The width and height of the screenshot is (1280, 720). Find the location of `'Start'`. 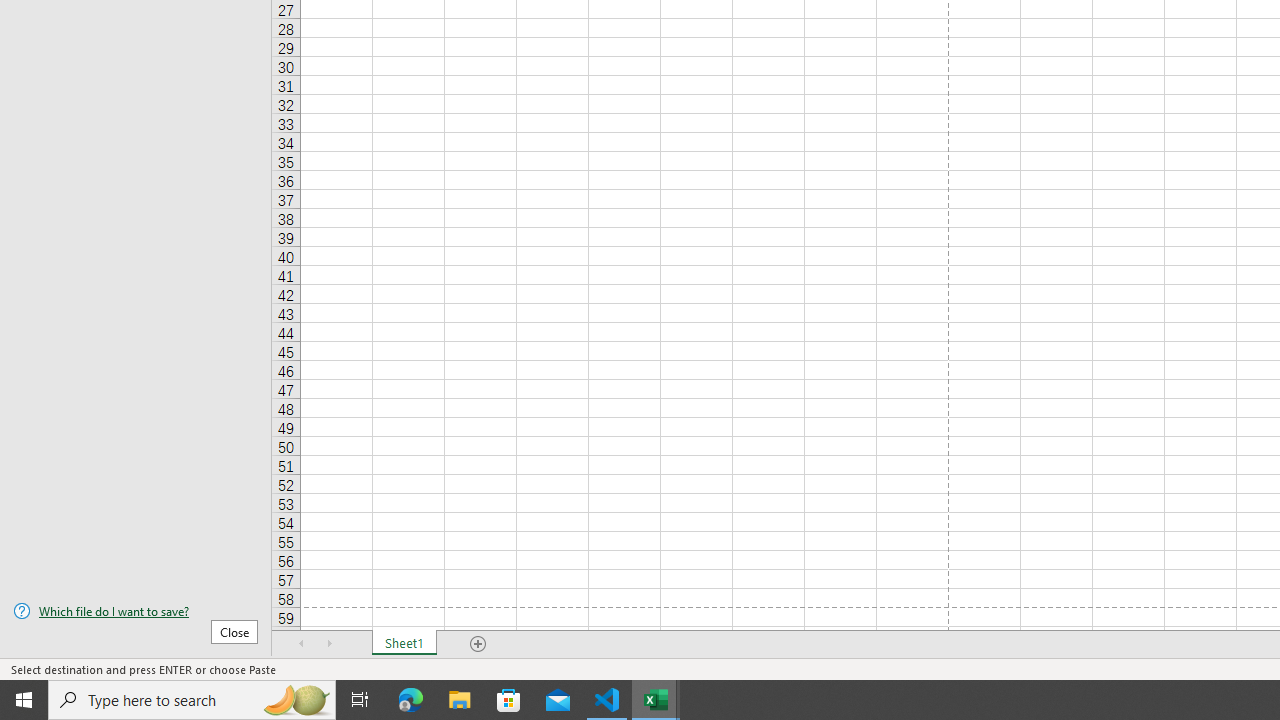

'Start' is located at coordinates (24, 698).